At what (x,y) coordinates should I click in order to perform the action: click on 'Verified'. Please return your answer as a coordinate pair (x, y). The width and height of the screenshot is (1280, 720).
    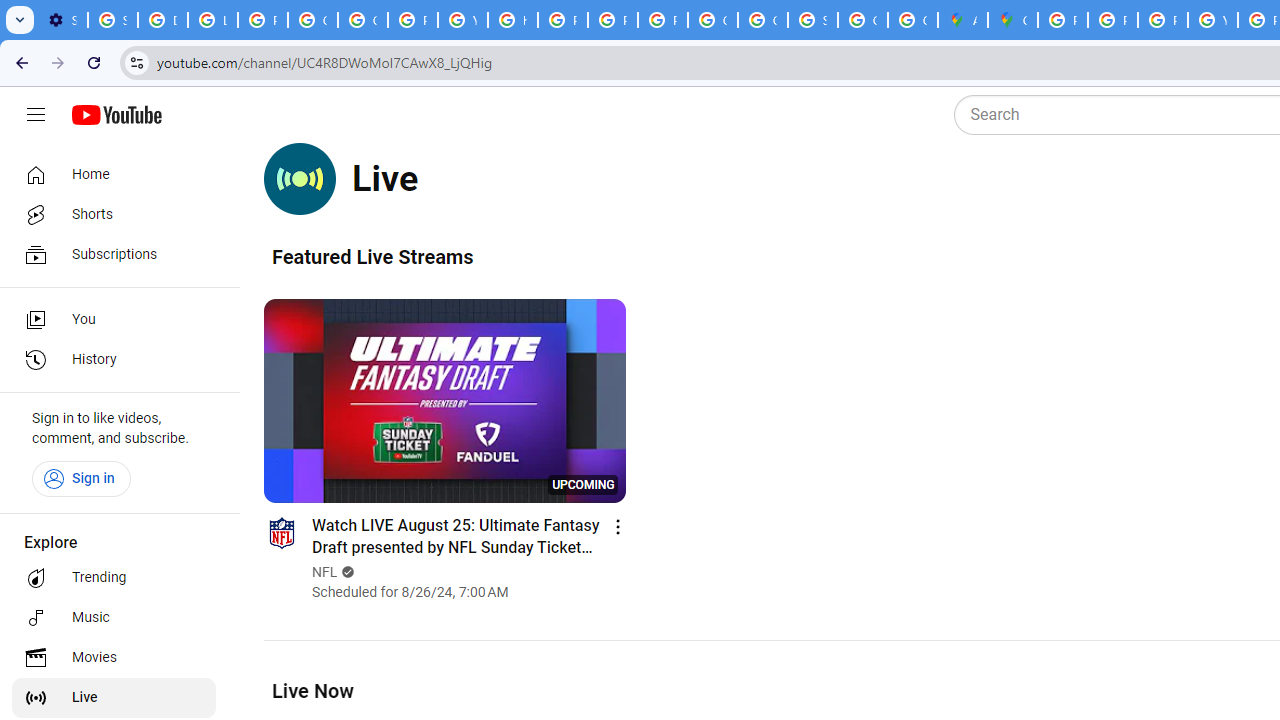
    Looking at the image, I should click on (346, 572).